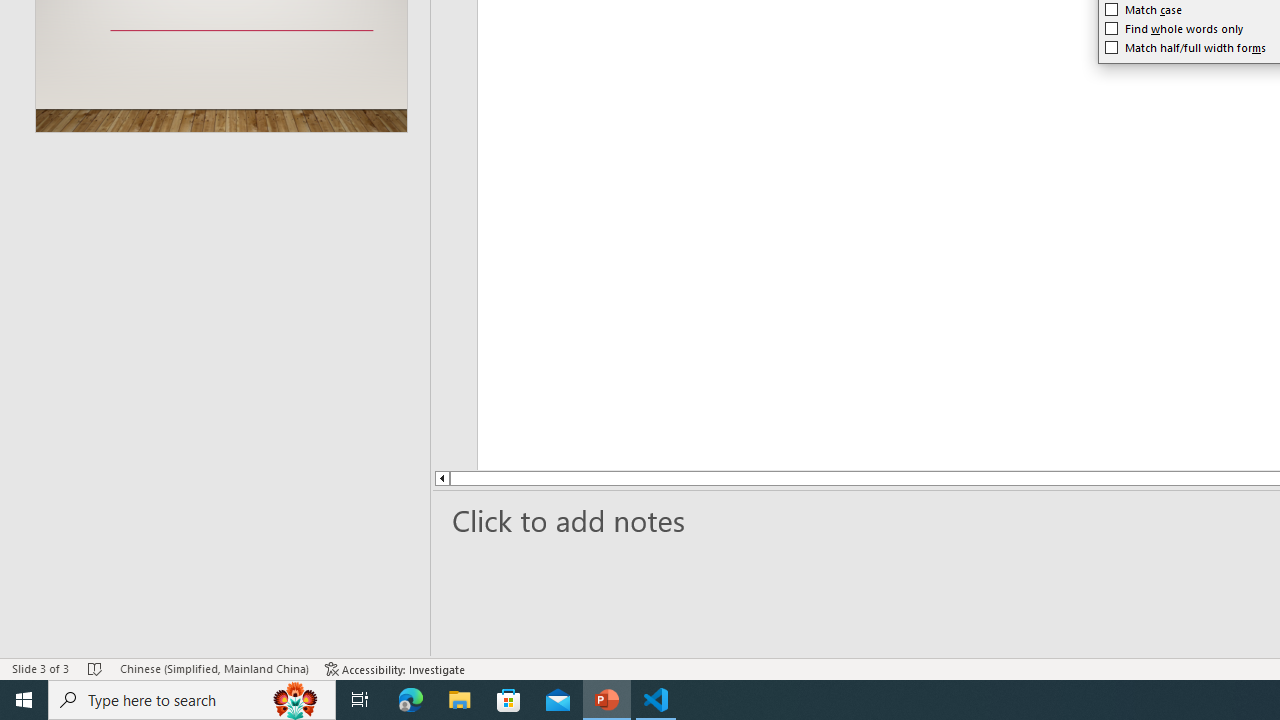 The image size is (1280, 720). I want to click on 'Spell Check No Errors', so click(95, 669).